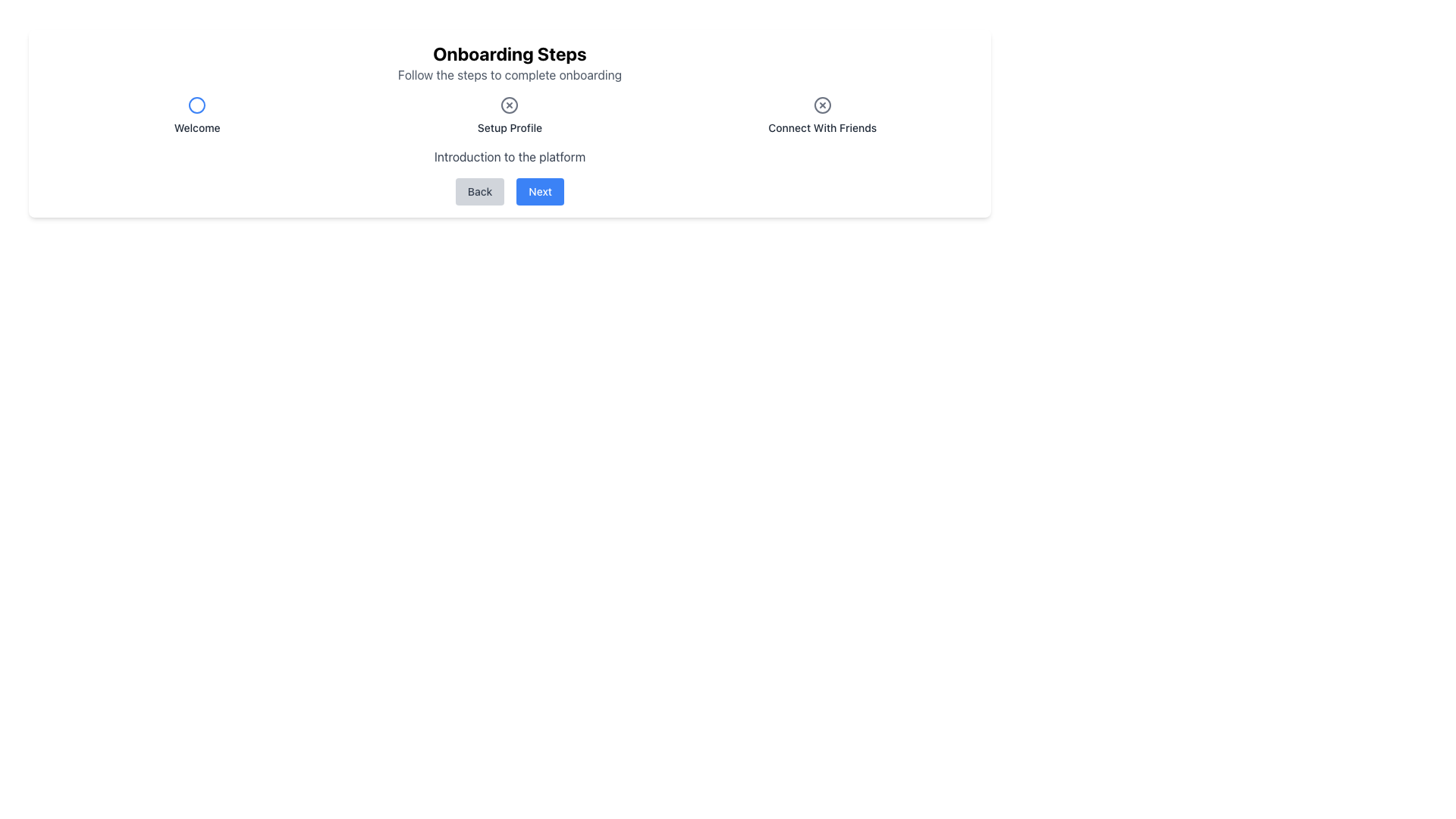  What do you see at coordinates (479, 191) in the screenshot?
I see `the navigation button that allows users to go to the previous step in the workflow` at bounding box center [479, 191].